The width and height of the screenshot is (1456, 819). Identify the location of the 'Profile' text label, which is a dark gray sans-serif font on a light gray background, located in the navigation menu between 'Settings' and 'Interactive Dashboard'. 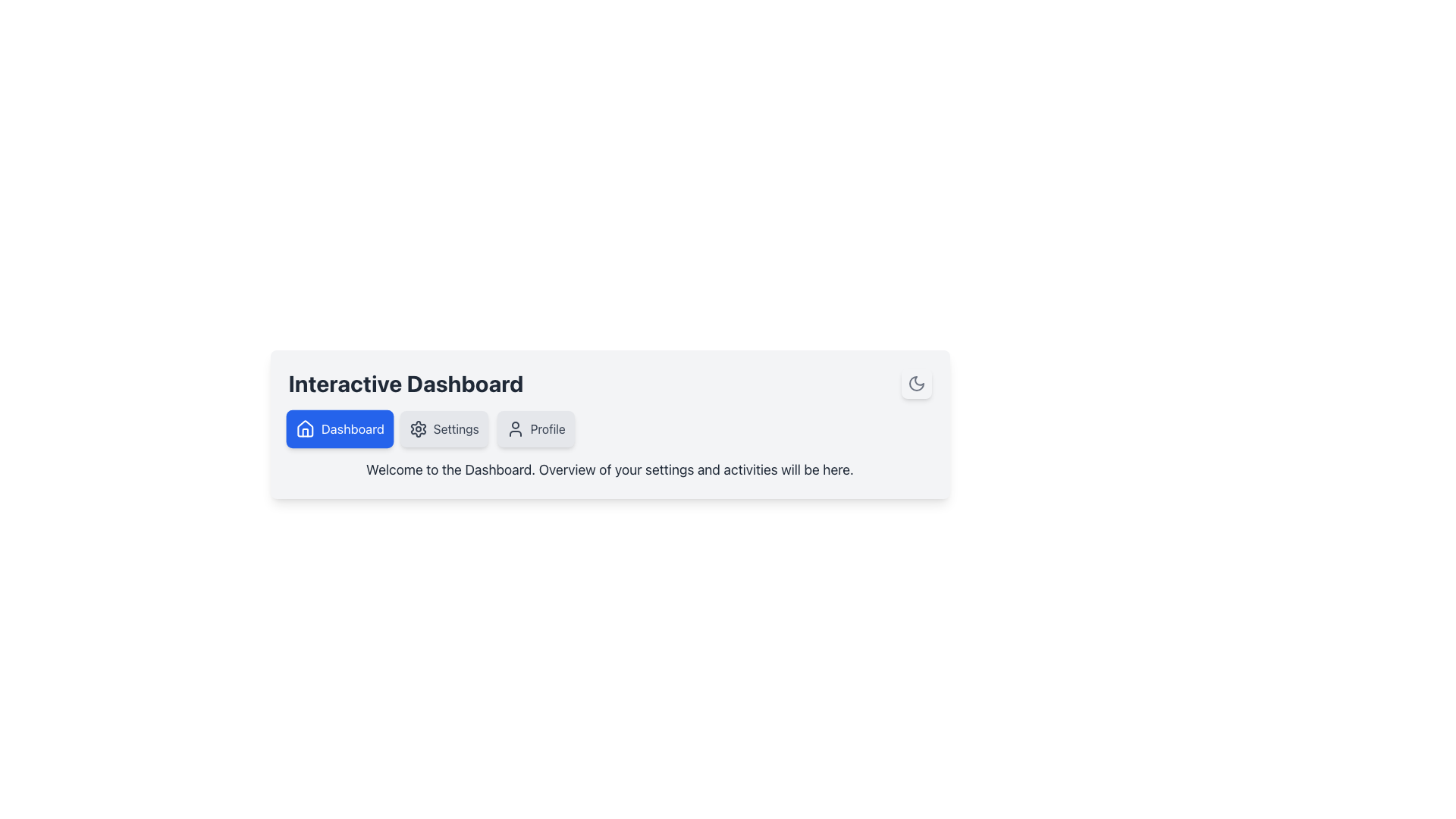
(547, 429).